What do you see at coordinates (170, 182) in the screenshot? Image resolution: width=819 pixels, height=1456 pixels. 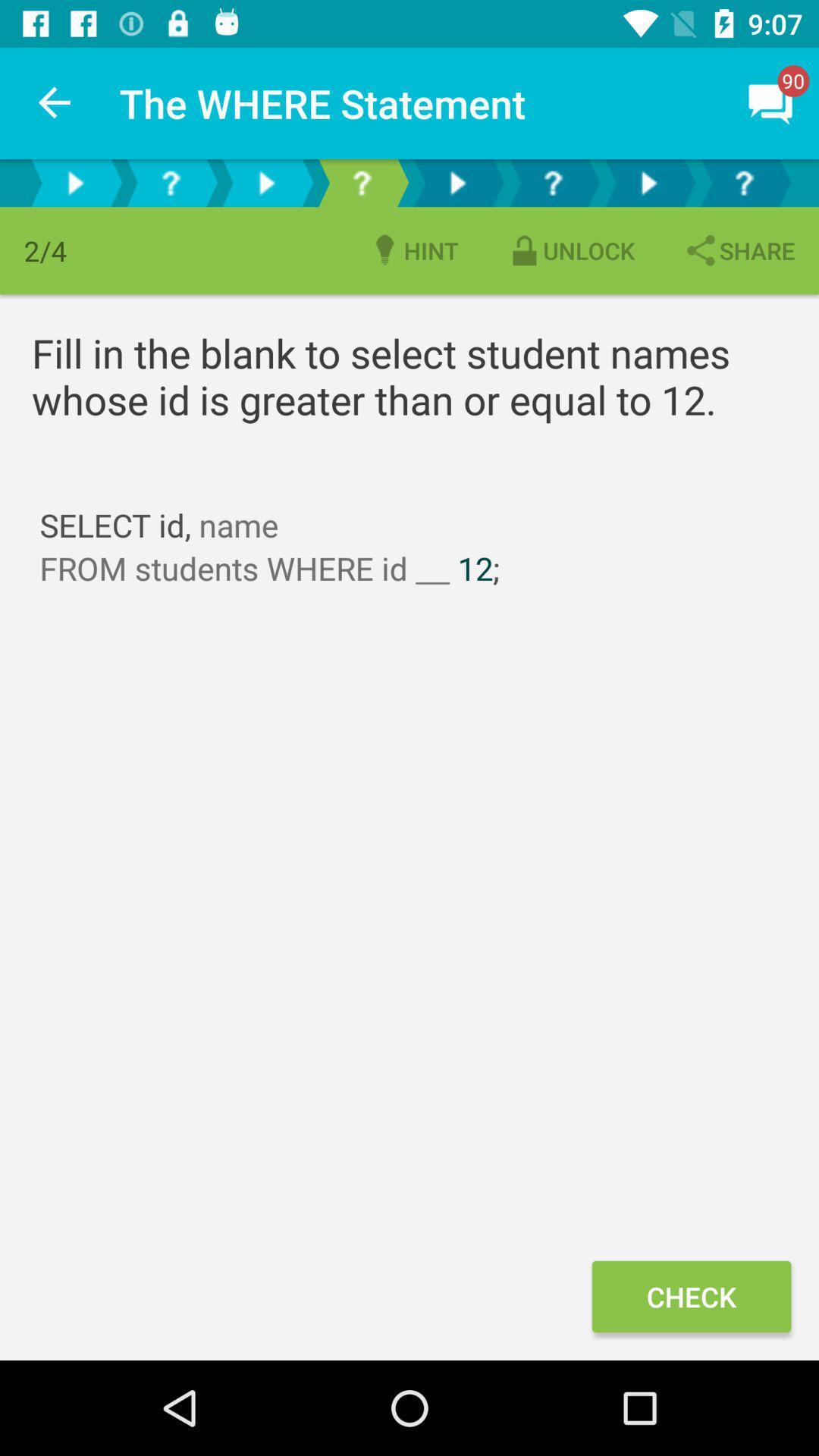 I see `question mark button` at bounding box center [170, 182].